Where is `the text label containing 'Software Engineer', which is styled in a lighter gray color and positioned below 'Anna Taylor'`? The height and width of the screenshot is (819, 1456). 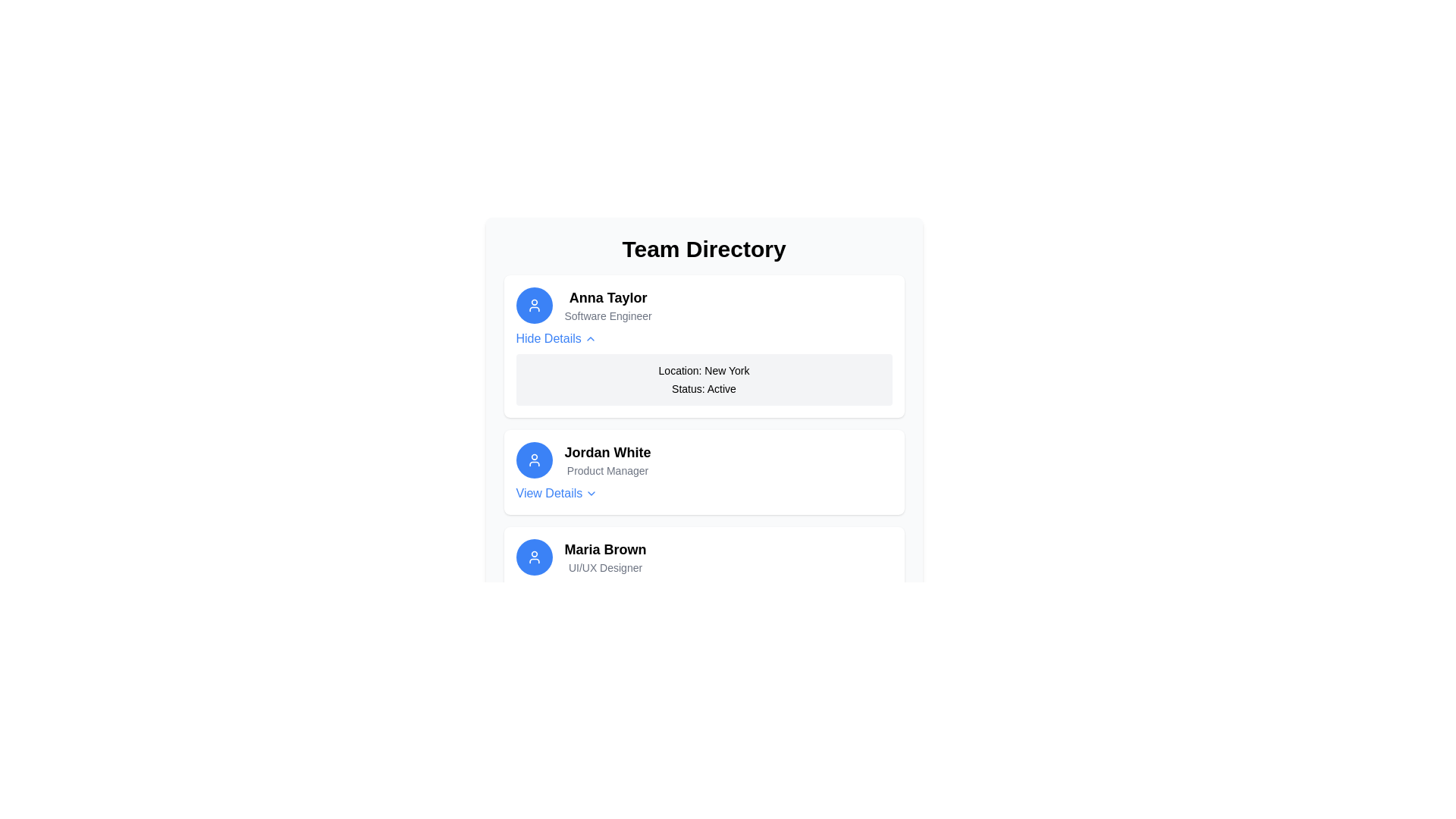 the text label containing 'Software Engineer', which is styled in a lighter gray color and positioned below 'Anna Taylor' is located at coordinates (608, 315).